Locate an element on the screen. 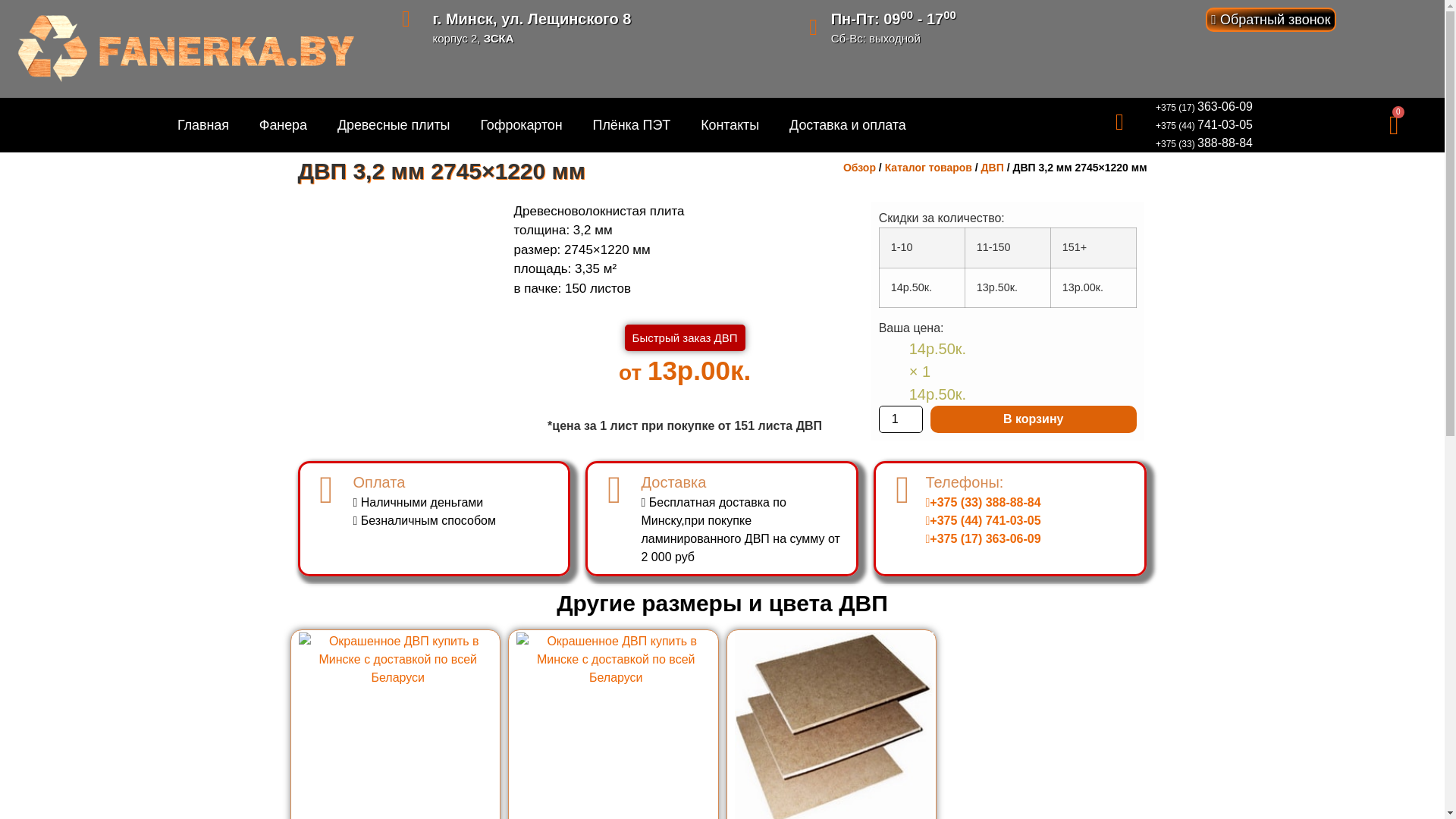  '+375 (17) 363-06-09' is located at coordinates (1154, 106).